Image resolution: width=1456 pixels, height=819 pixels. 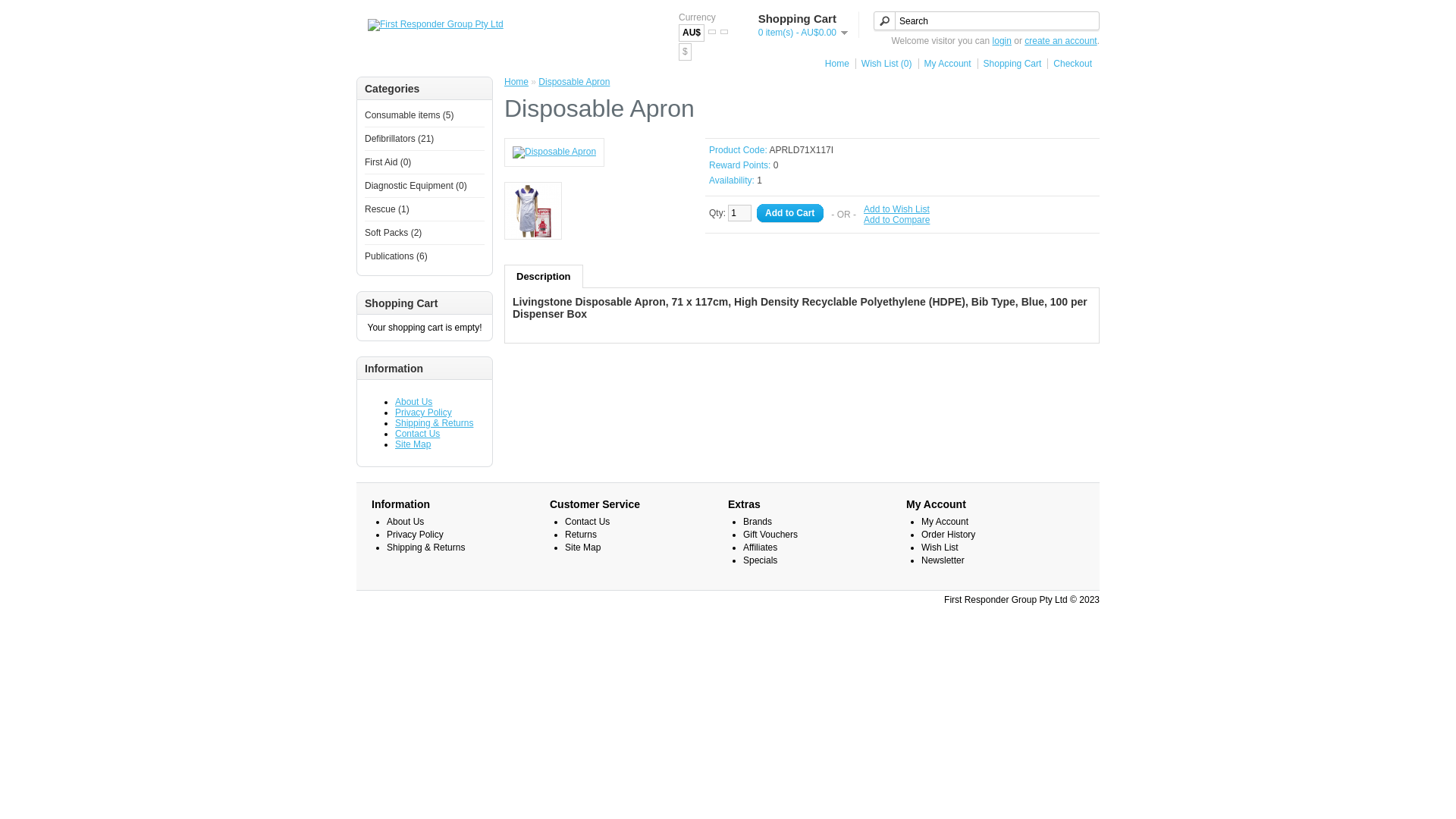 What do you see at coordinates (399, 138) in the screenshot?
I see `'Defibrillators (21)'` at bounding box center [399, 138].